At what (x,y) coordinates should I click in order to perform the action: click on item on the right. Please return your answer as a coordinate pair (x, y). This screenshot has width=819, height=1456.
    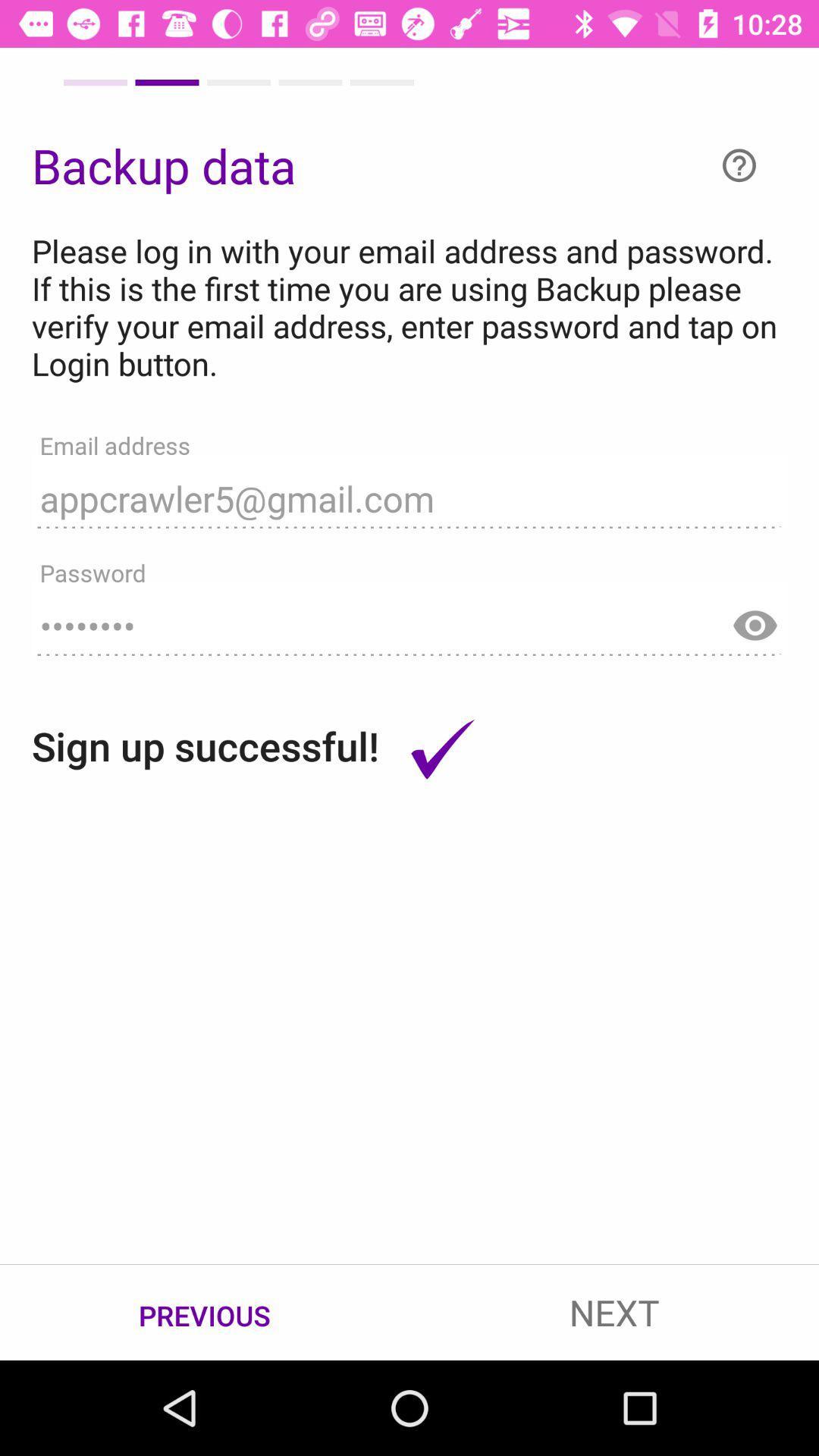
    Looking at the image, I should click on (755, 618).